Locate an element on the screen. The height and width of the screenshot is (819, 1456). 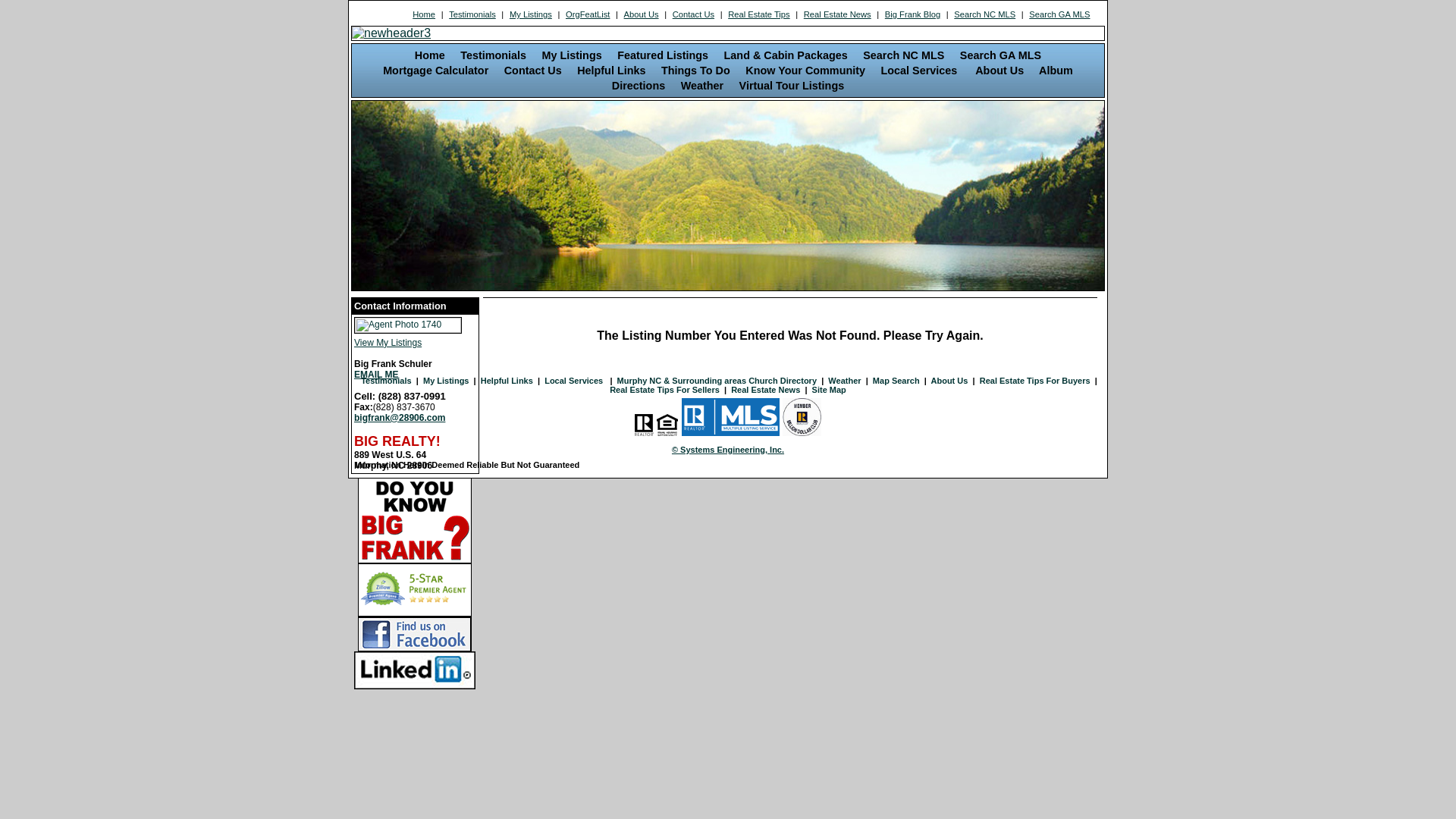
'Virtual Tour Listings' is located at coordinates (791, 85).